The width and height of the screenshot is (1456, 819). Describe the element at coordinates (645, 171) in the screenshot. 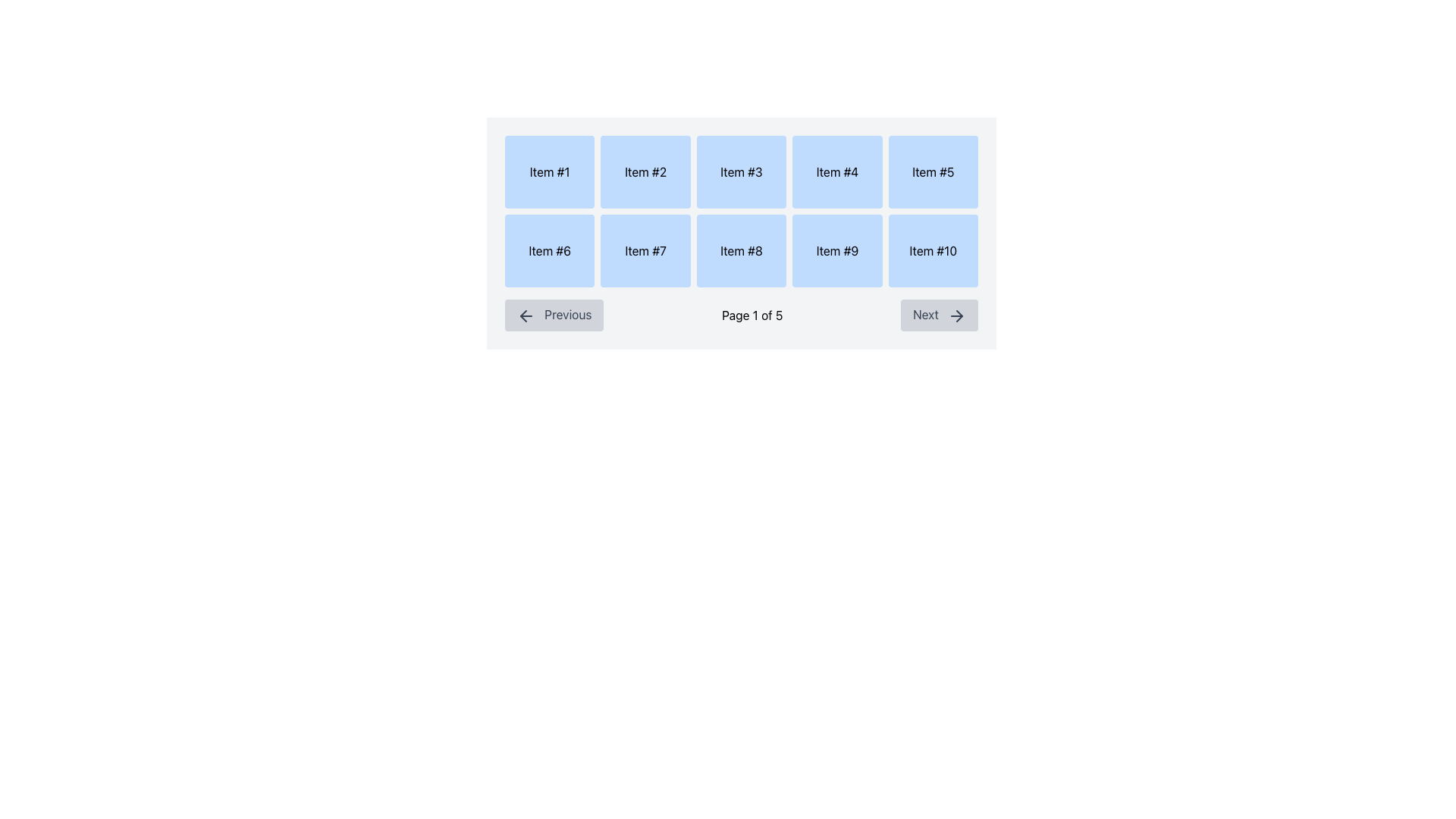

I see `the second display card` at that location.